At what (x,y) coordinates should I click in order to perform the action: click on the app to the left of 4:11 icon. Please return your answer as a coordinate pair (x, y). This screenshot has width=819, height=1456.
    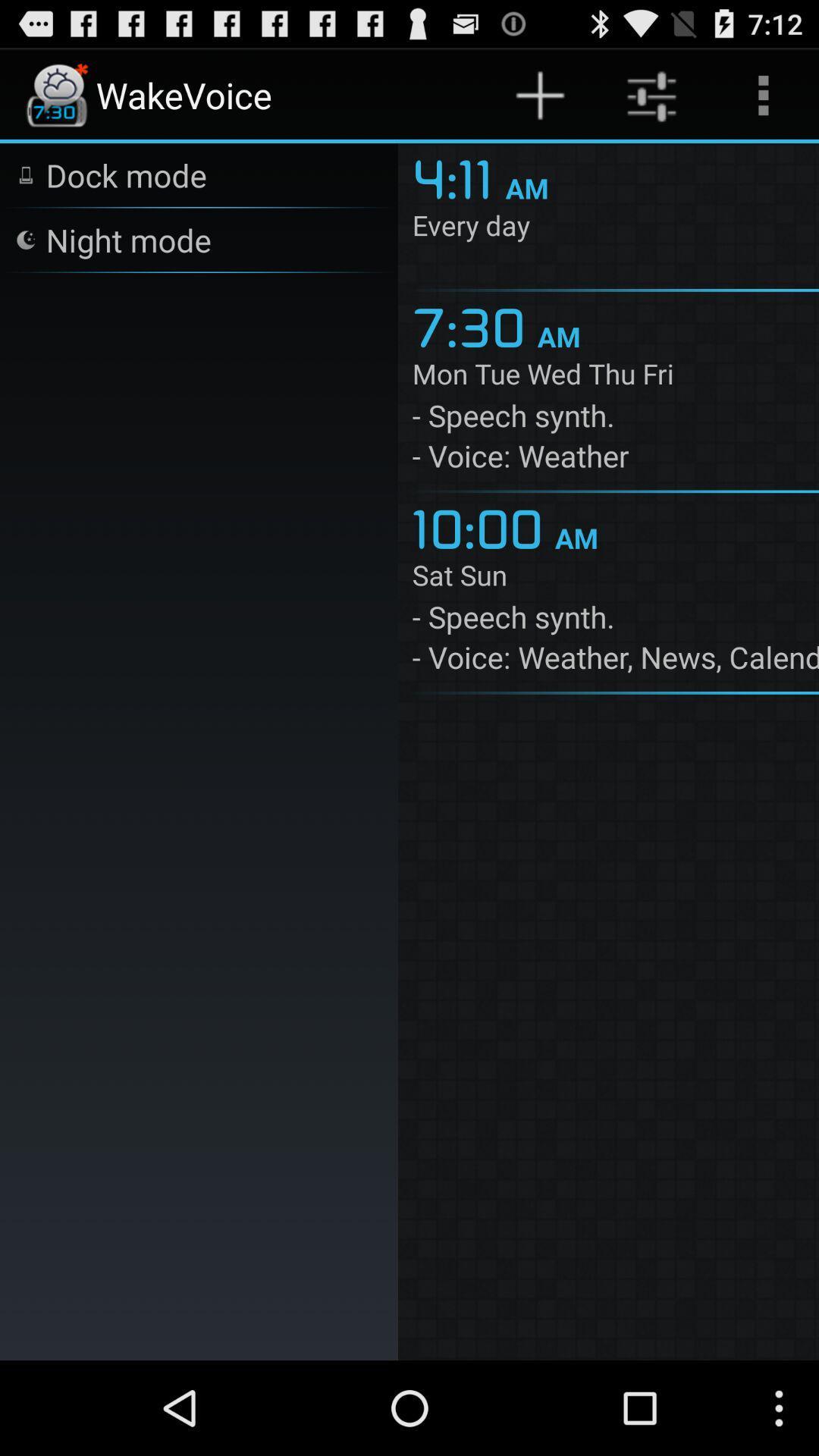
    Looking at the image, I should click on (125, 174).